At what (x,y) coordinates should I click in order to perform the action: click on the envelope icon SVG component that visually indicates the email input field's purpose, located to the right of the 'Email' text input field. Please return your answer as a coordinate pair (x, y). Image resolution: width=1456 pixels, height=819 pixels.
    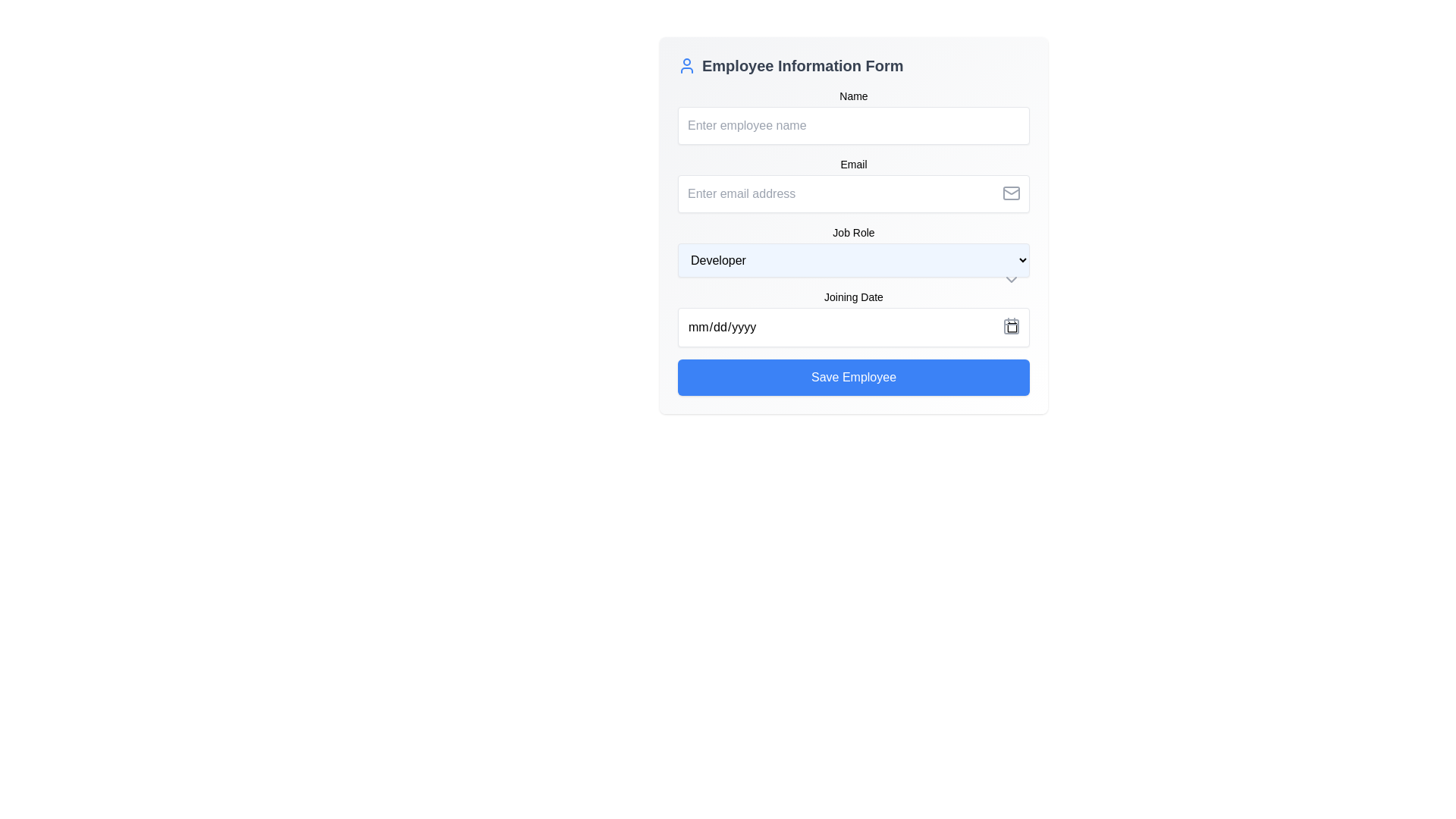
    Looking at the image, I should click on (1012, 192).